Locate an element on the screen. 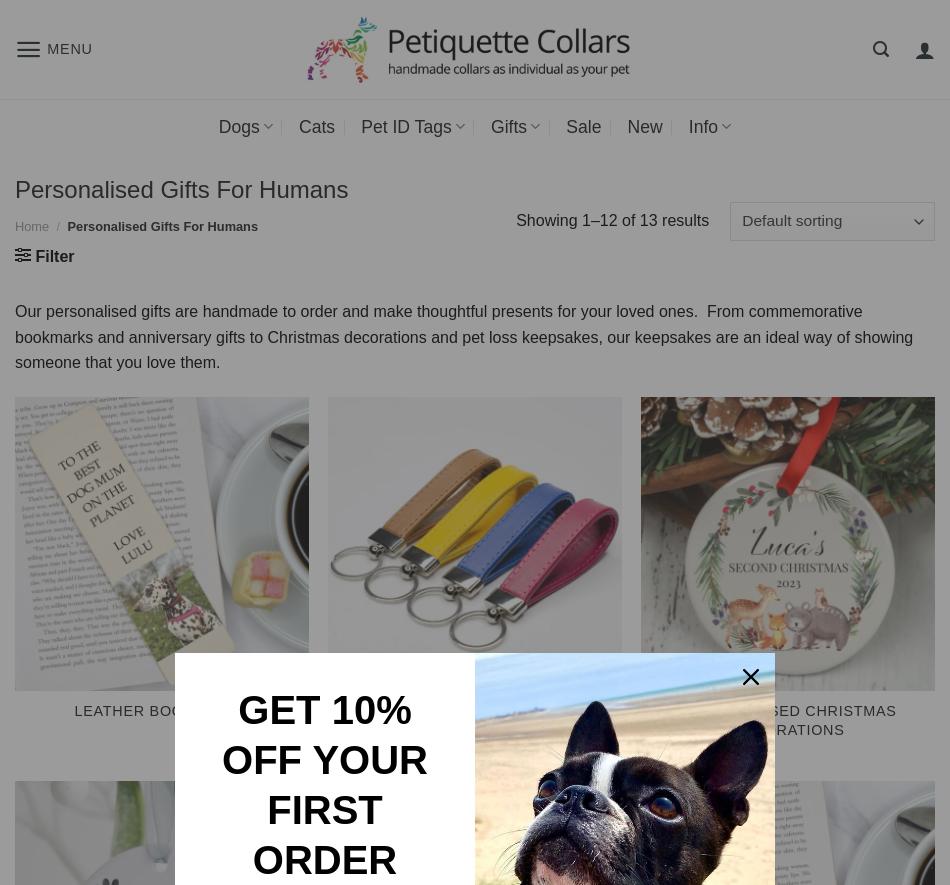  'Pet ID Tags' is located at coordinates (360, 125).